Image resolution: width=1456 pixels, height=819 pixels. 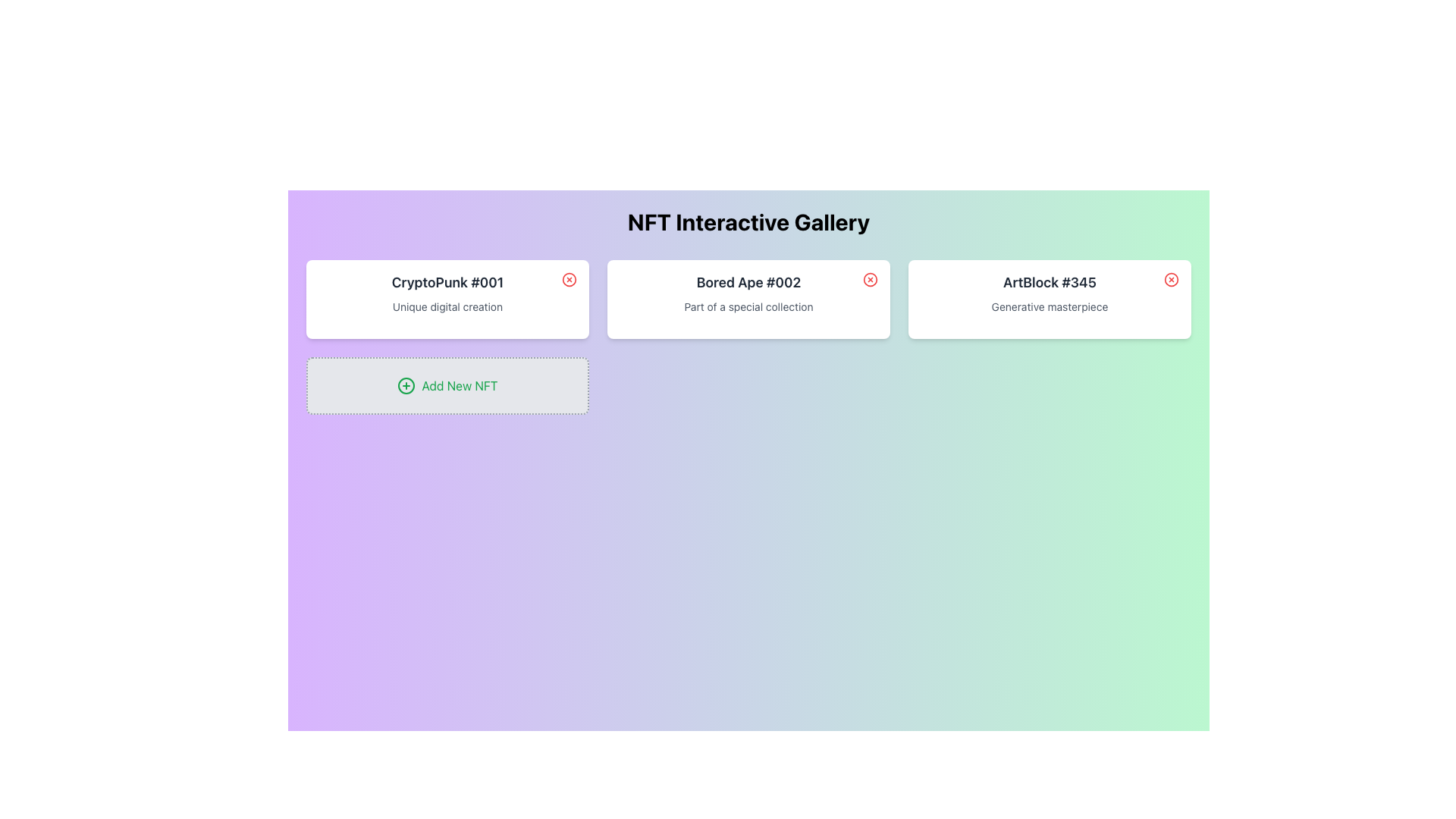 I want to click on the text label that reads 'Generative masterpiece', which is styled in a small font size and gray color, located beneath the bold title within the card labeled 'ArtBlock #345', so click(x=1049, y=307).